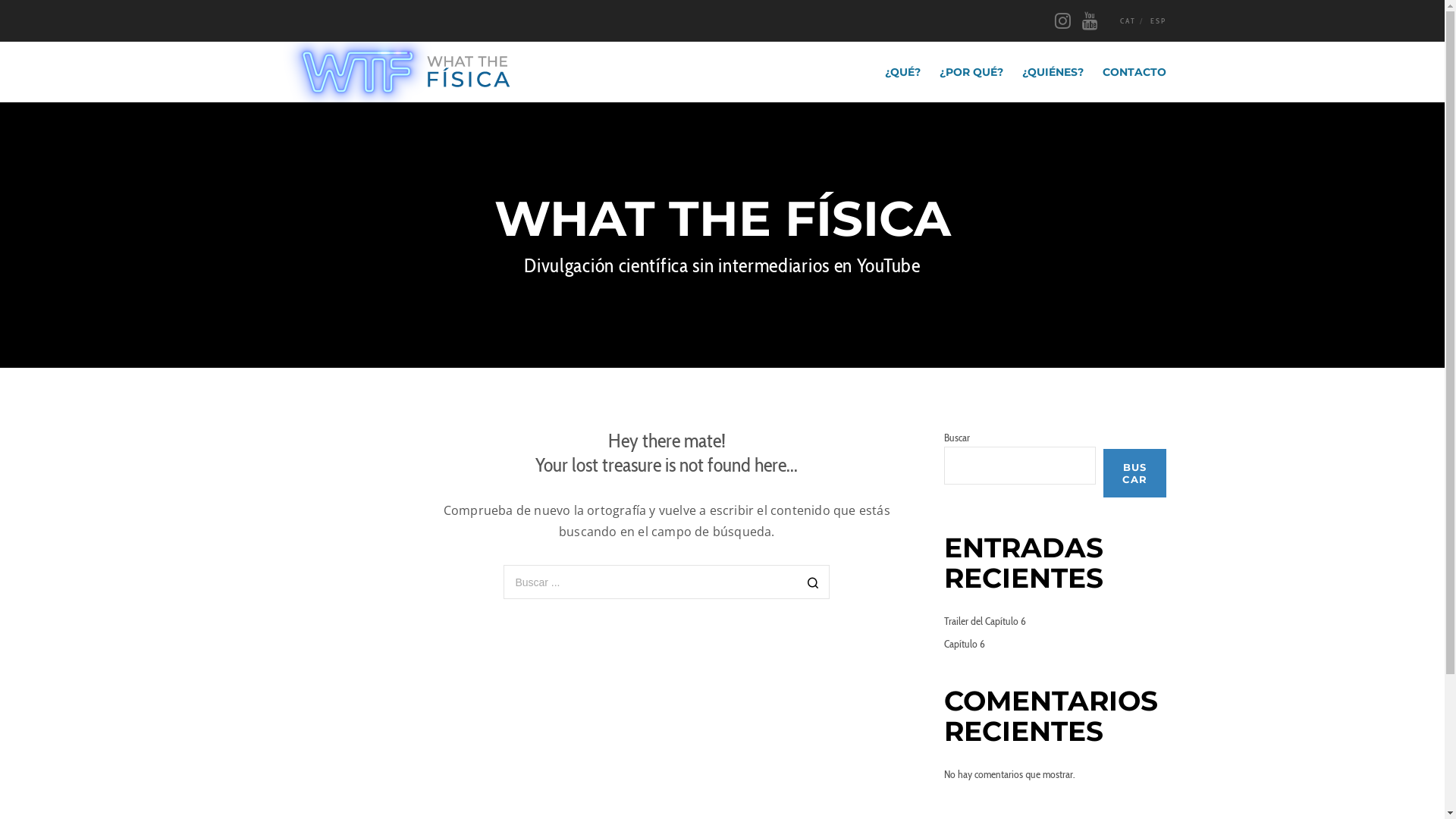  Describe the element at coordinates (1128, 20) in the screenshot. I see `'CAT'` at that location.